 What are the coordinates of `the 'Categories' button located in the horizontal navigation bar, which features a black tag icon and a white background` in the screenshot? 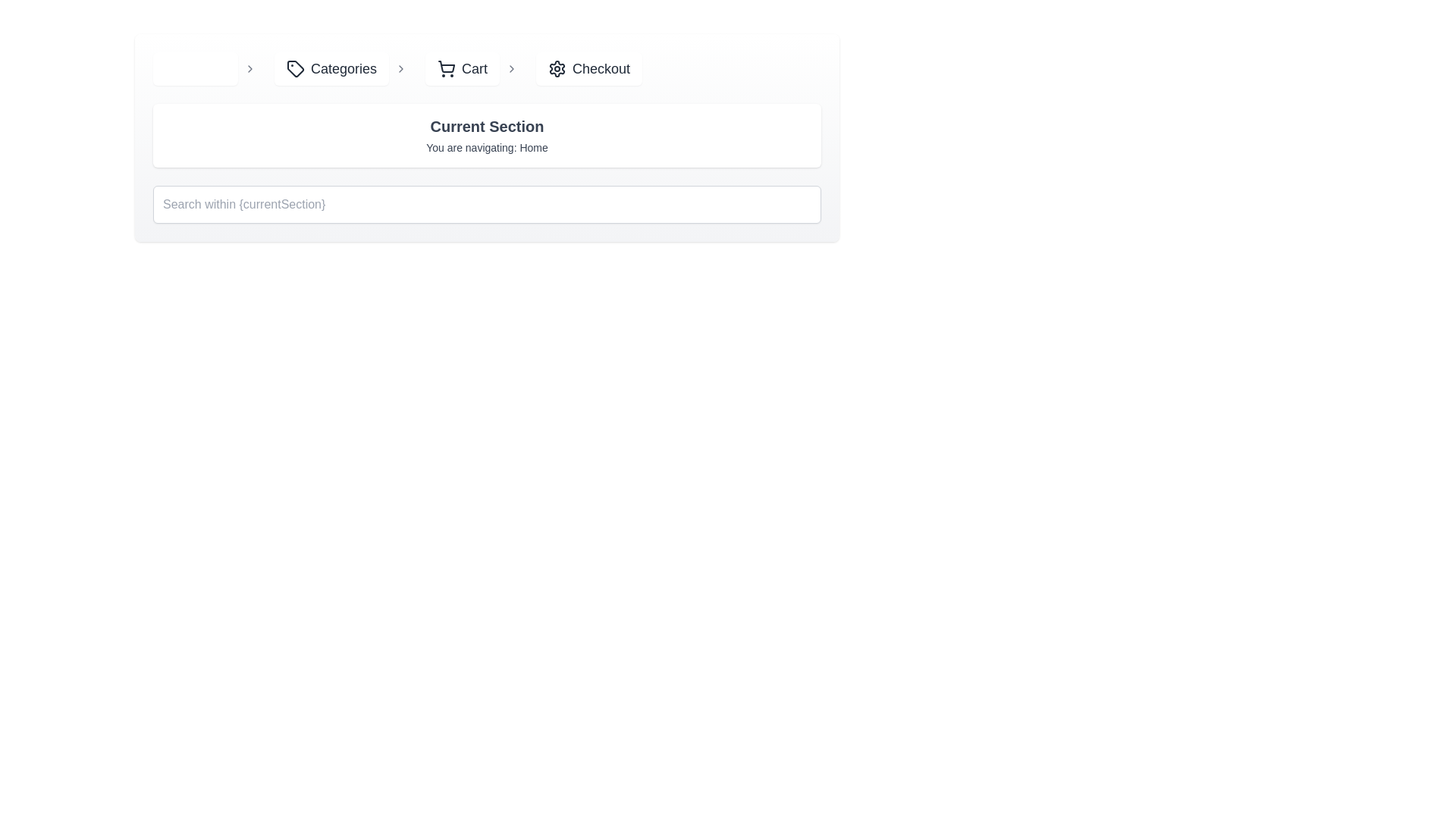 It's located at (331, 69).